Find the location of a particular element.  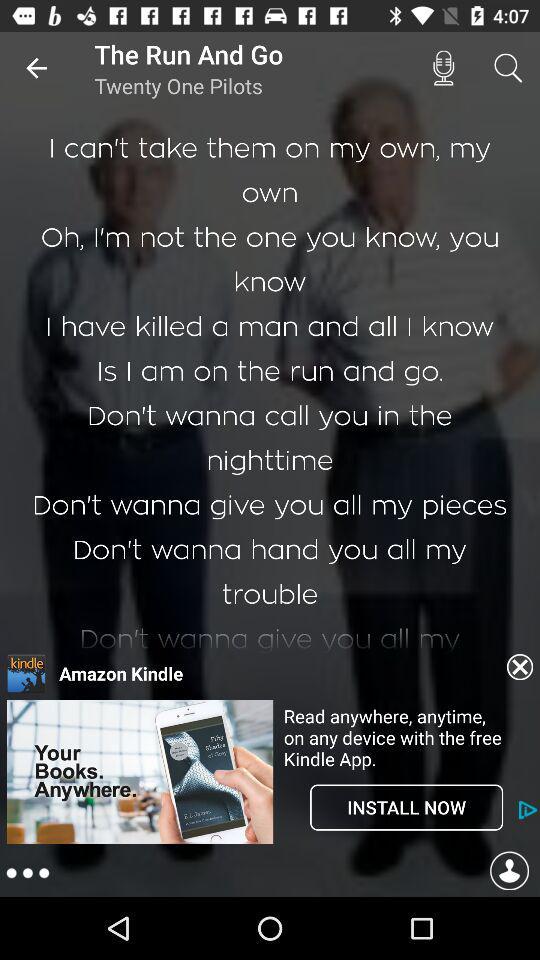

click on advertisement is located at coordinates (139, 841).